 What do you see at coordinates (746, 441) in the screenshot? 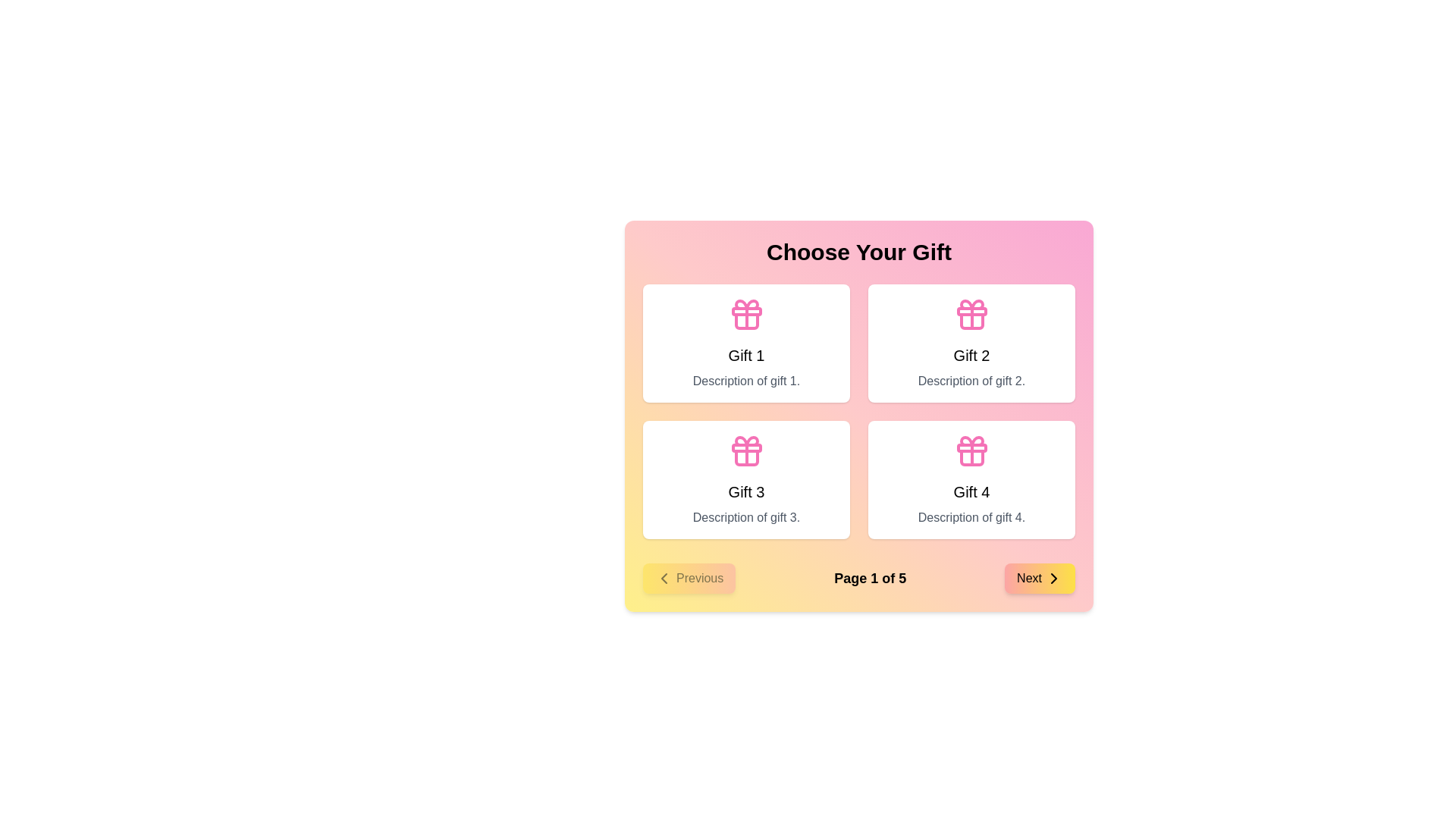
I see `the pink bow or ribbon element at the top of the gift box icon, which is the fourth and topmost component of the SVG graphic above the 'Gift 3' text` at bounding box center [746, 441].